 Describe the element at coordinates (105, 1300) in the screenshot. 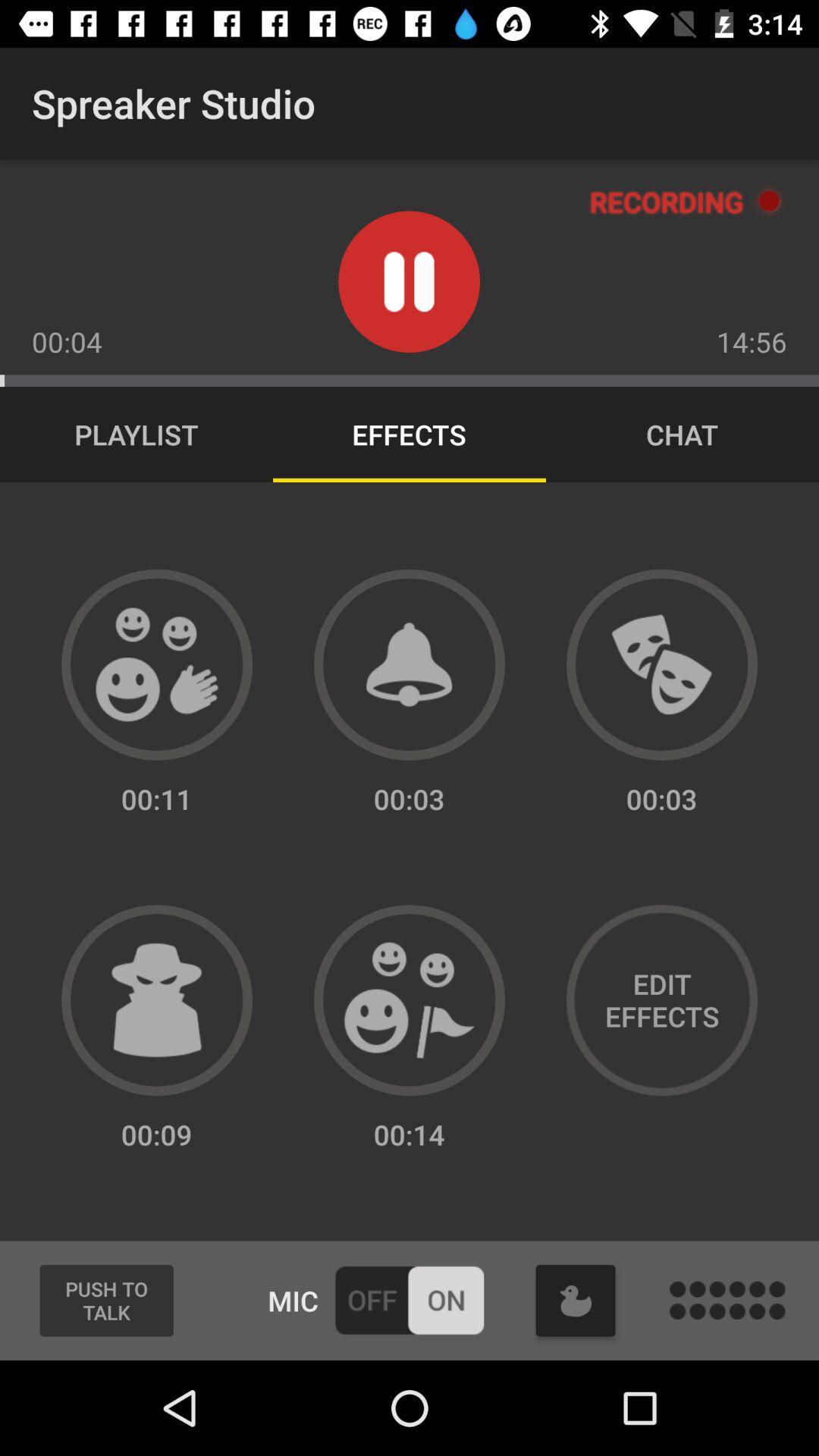

I see `the icon next to the mic item` at that location.